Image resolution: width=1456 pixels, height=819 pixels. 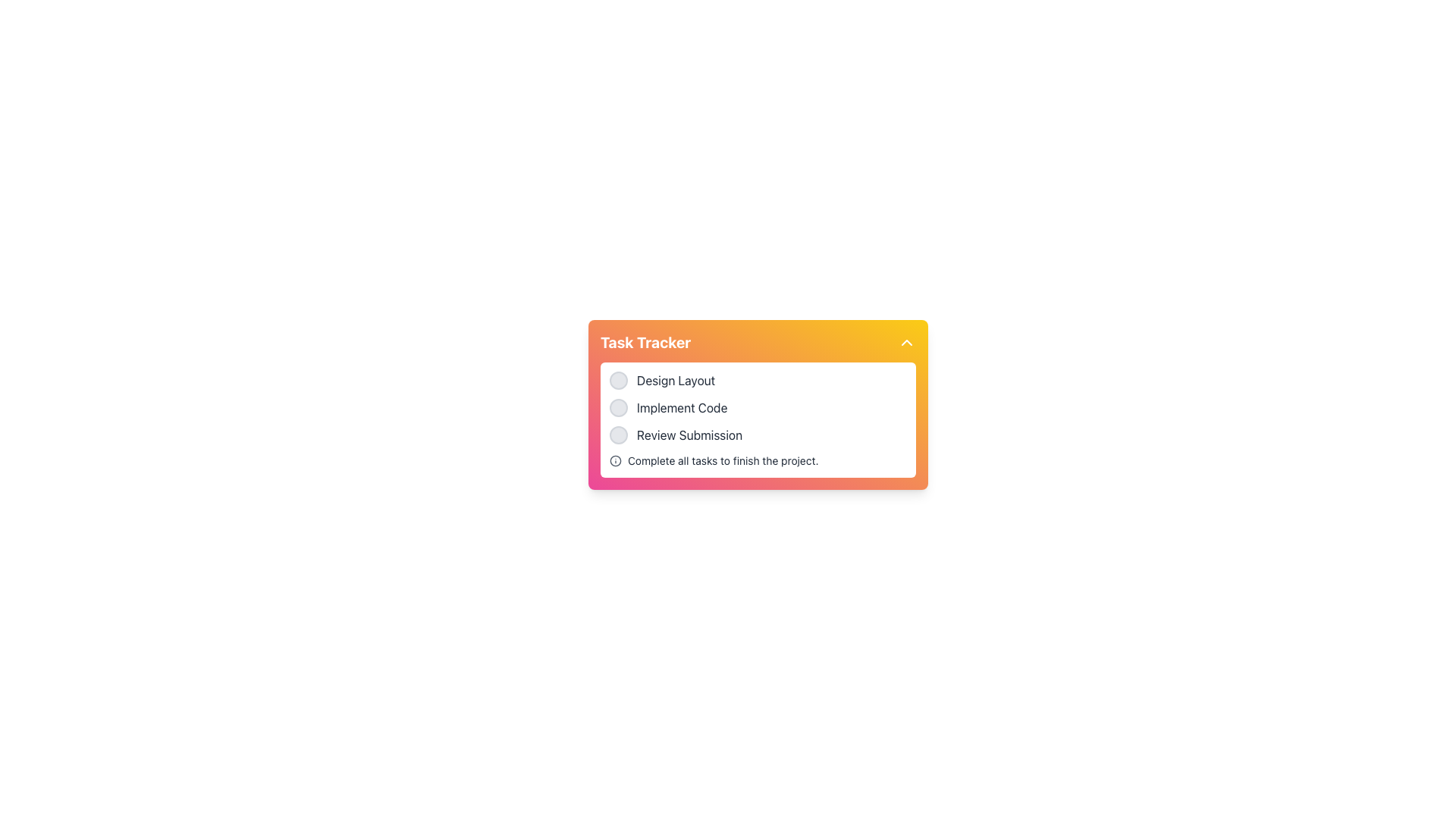 What do you see at coordinates (681, 406) in the screenshot?
I see `the static text label indicating the second task in the progress tracker, which is located between 'Design Layout' and 'Review Submission' in the 'Task Tracker' section` at bounding box center [681, 406].